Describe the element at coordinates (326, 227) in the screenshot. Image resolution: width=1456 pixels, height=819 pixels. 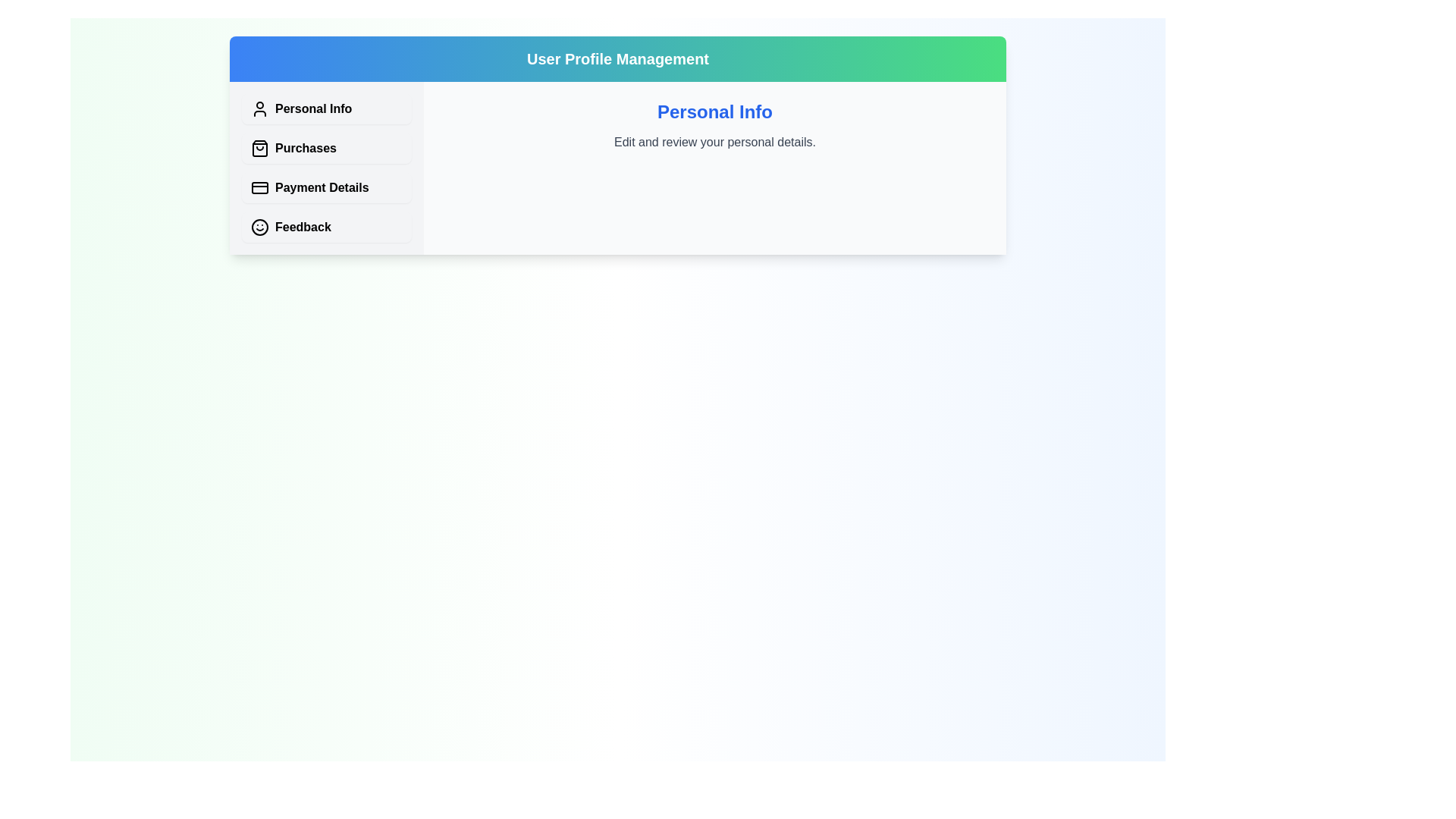
I see `the tab corresponding to Feedback to view its content` at that location.